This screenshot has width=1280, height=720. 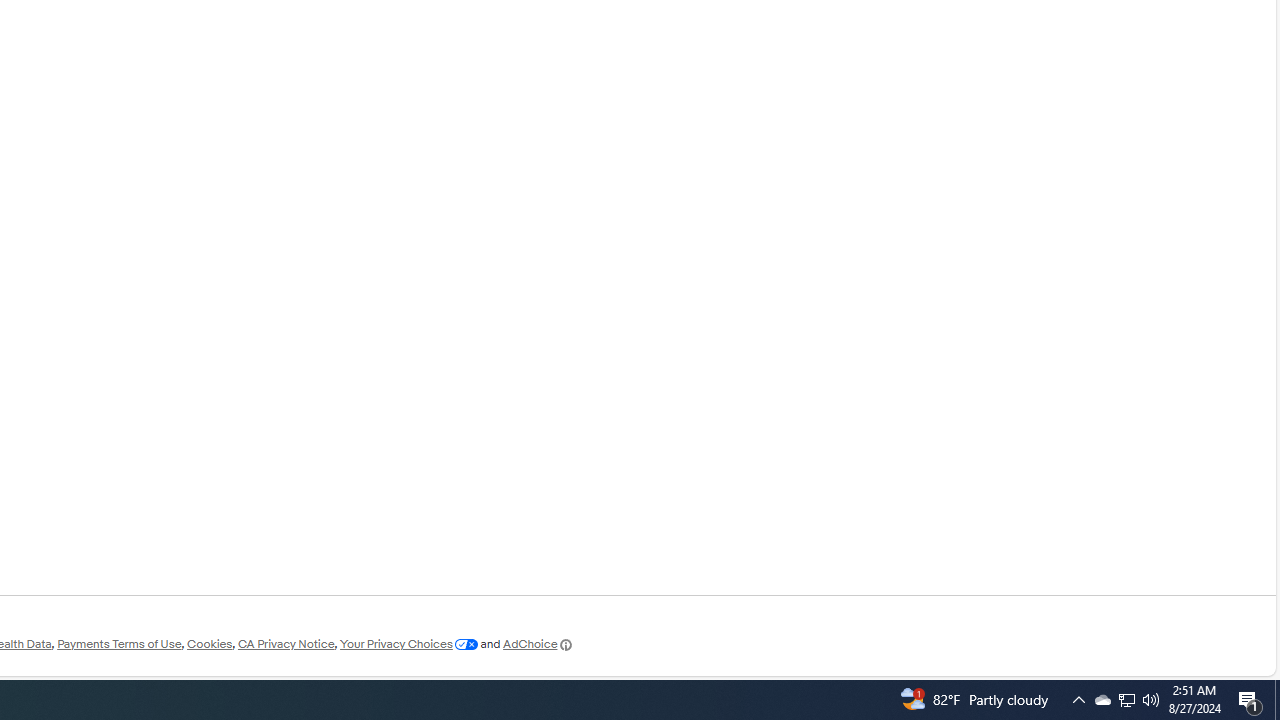 I want to click on 'Payments Terms of Use', so click(x=118, y=644).